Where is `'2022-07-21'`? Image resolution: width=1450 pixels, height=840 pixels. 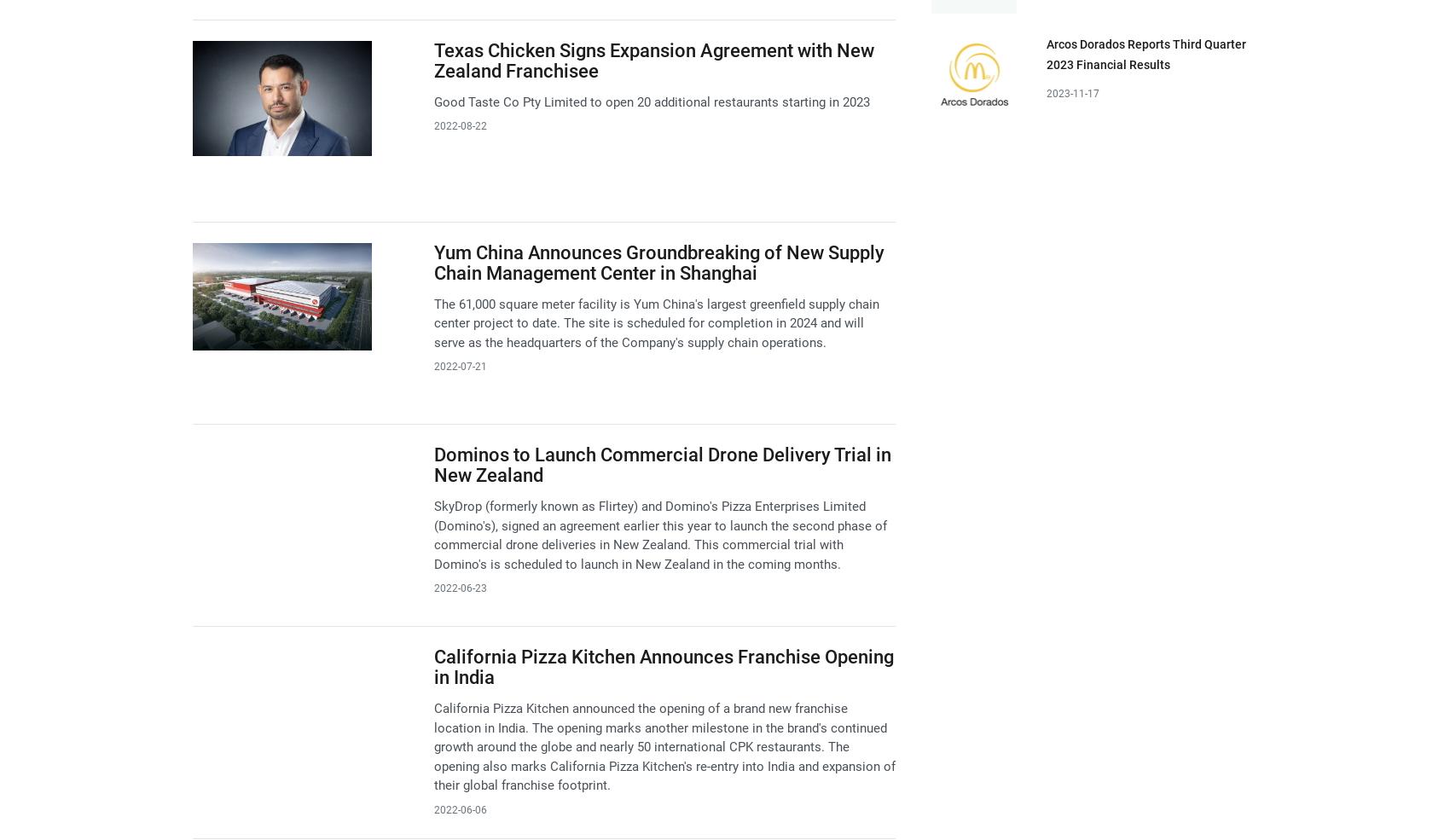
'2022-07-21' is located at coordinates (459, 365).